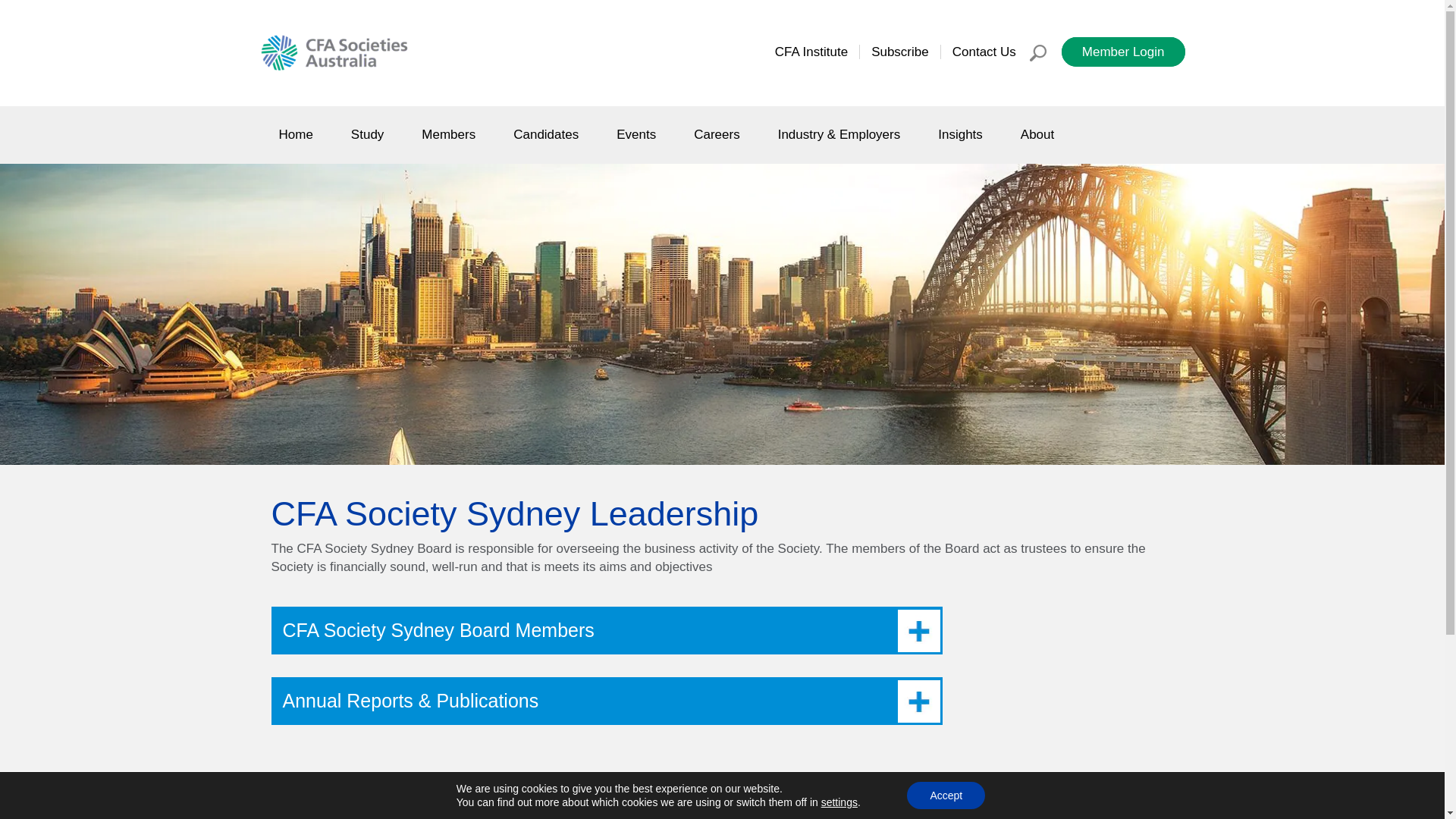 The height and width of the screenshot is (819, 1456). What do you see at coordinates (811, 51) in the screenshot?
I see `'CFA Institute'` at bounding box center [811, 51].